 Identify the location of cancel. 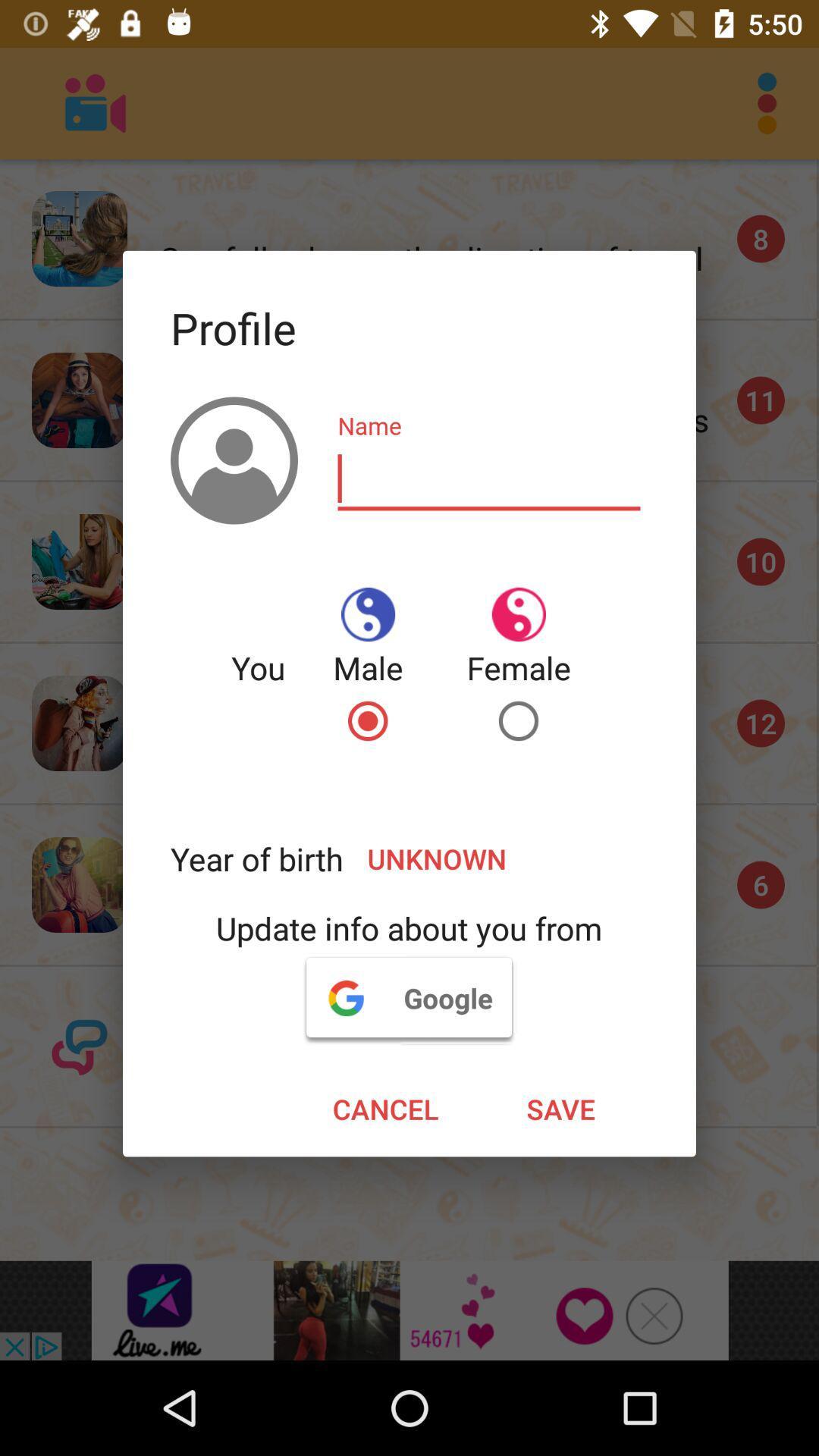
(384, 1109).